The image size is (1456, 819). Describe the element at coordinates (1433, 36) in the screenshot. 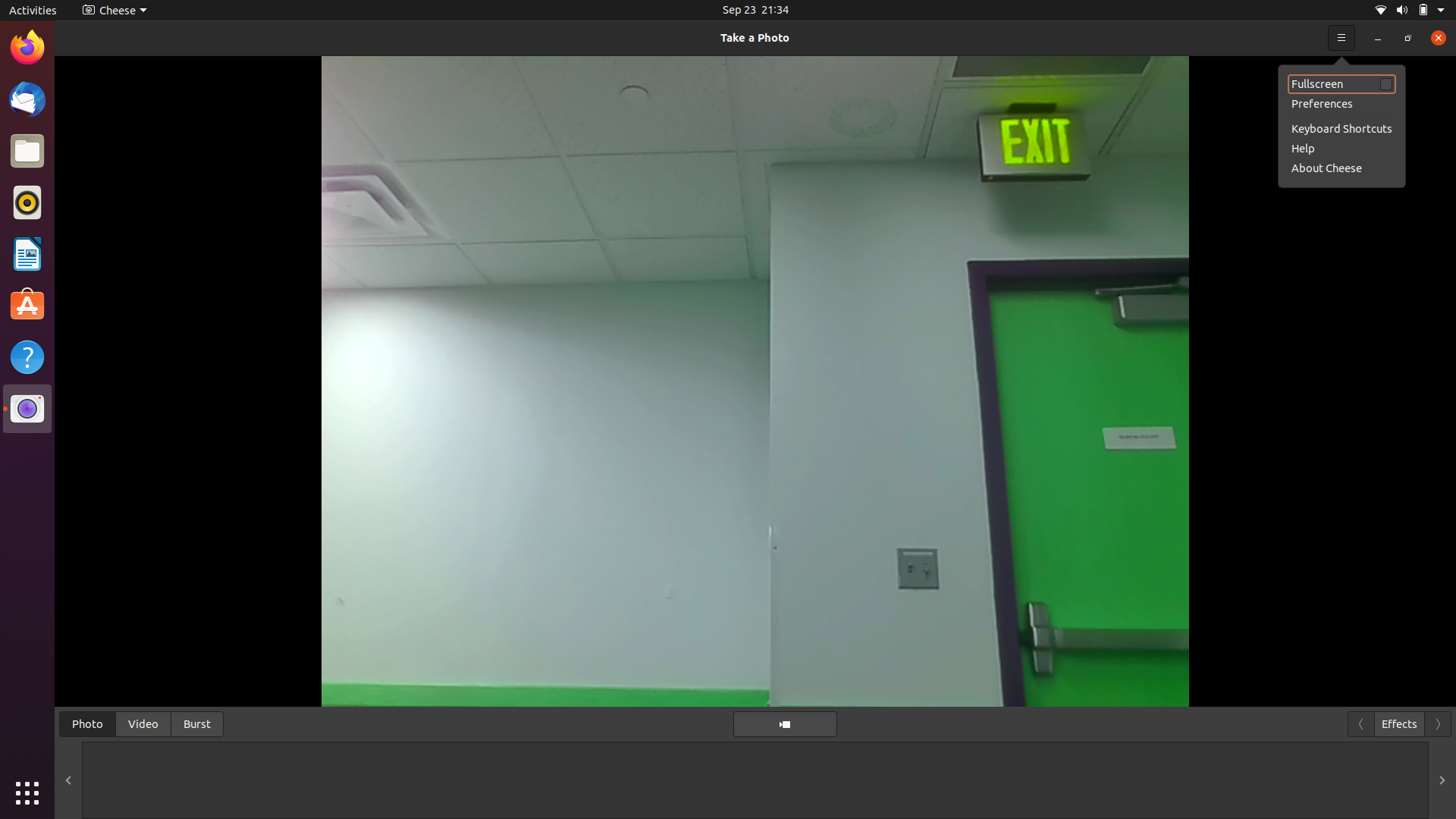

I see `Show About Cheese info` at that location.